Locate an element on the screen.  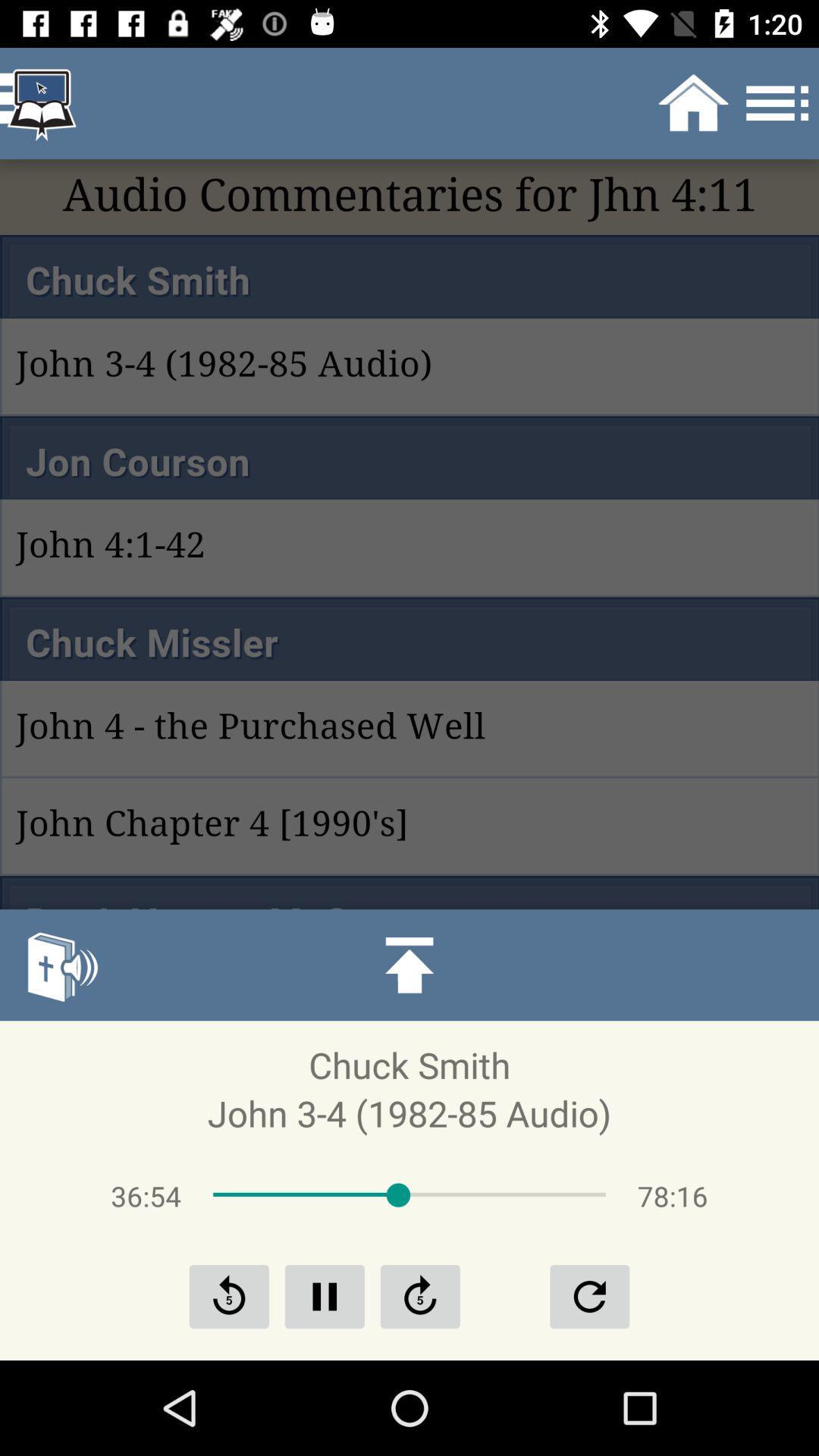
refresh this page is located at coordinates (420, 1295).